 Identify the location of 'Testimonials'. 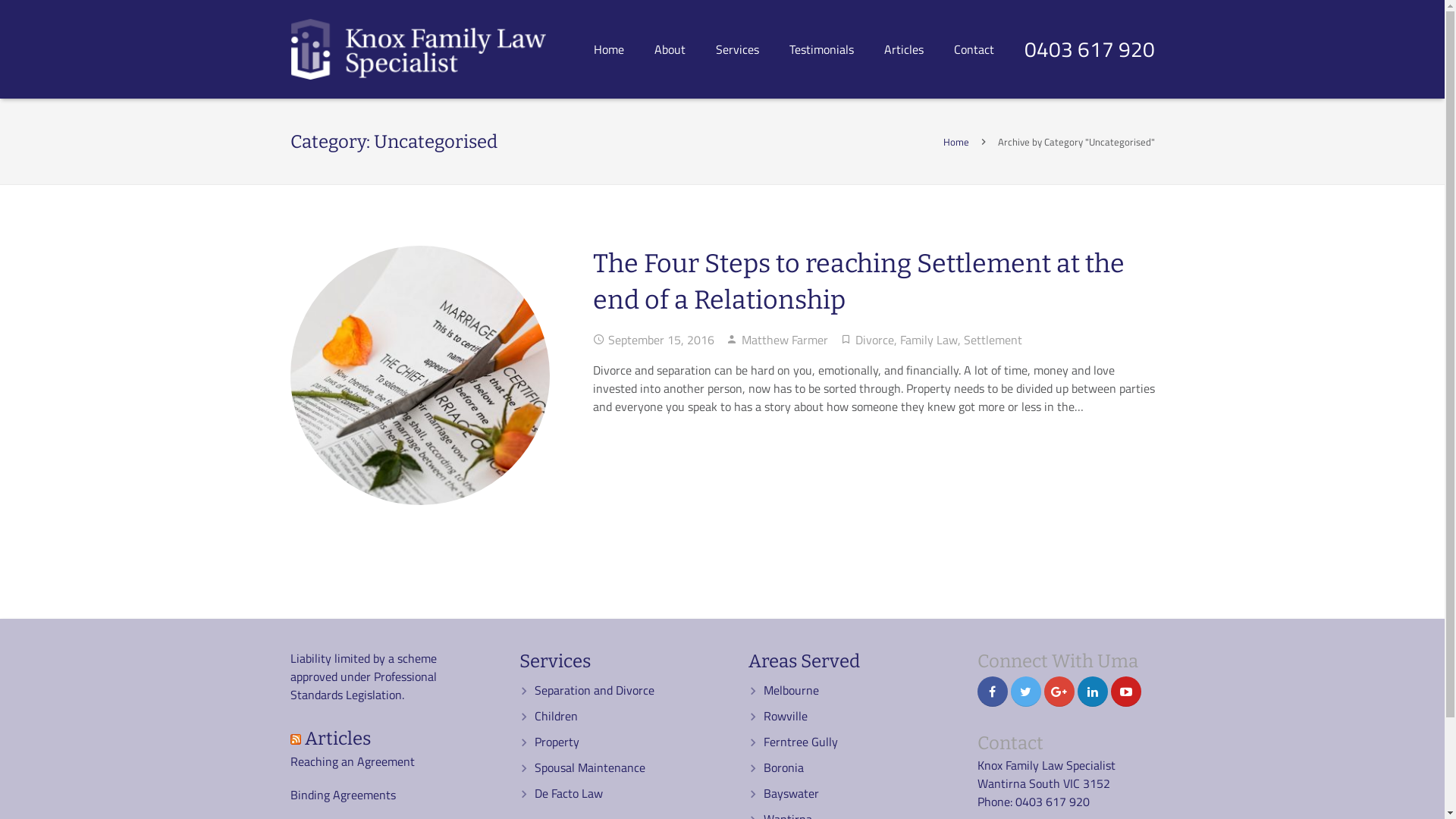
(774, 49).